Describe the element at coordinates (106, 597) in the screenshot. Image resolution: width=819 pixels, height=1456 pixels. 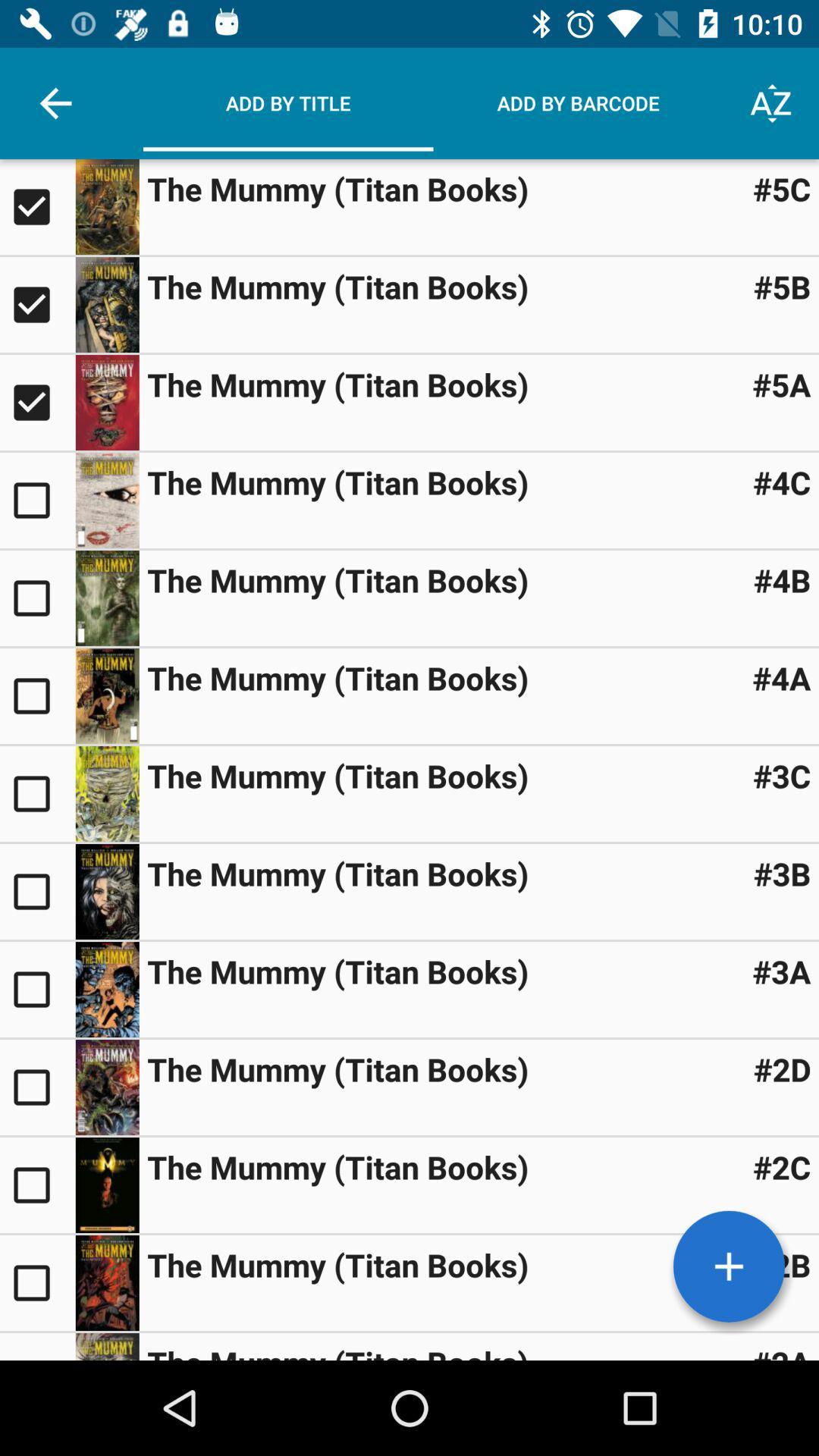
I see `image to enlarge` at that location.